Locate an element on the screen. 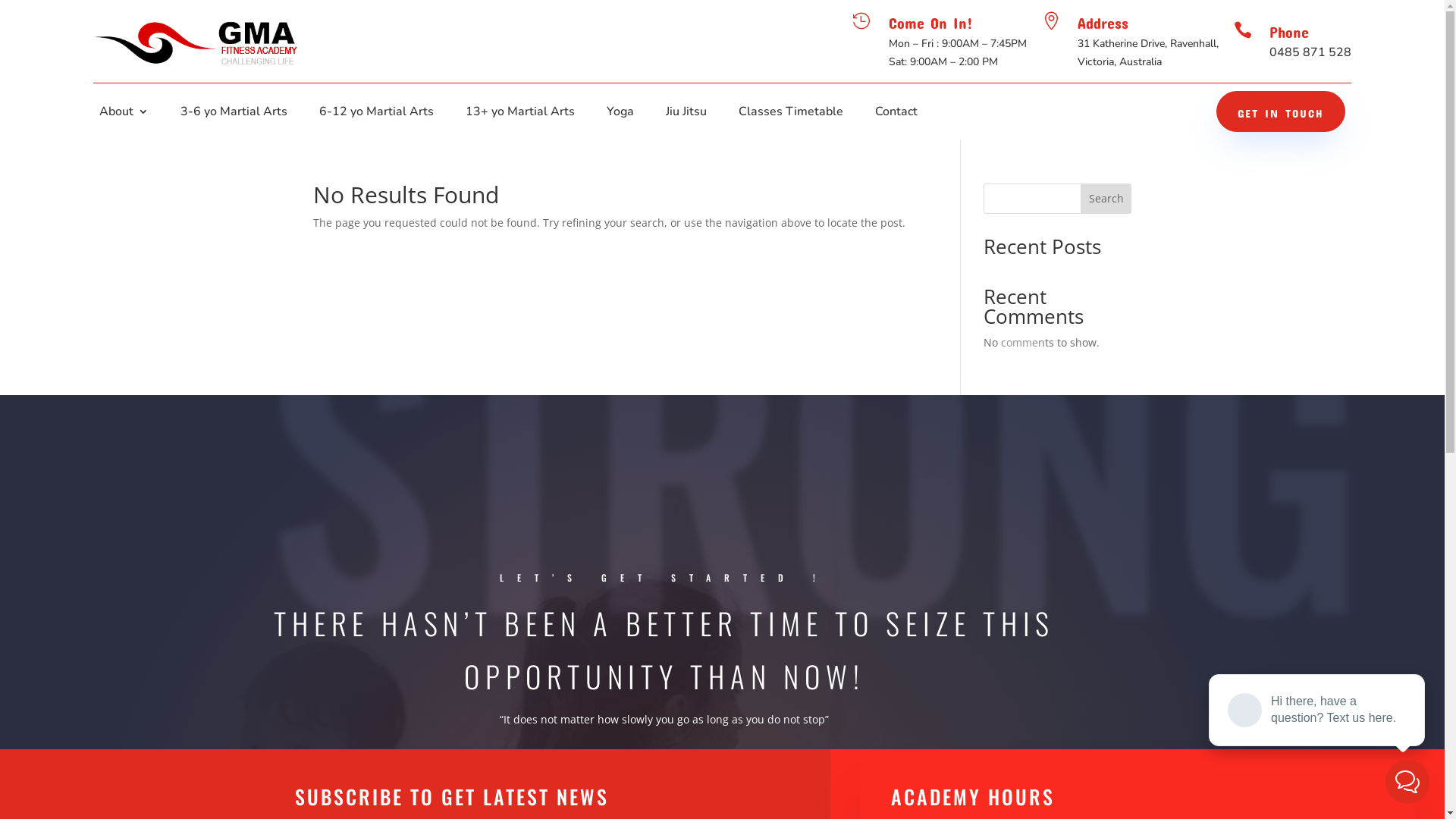  'GET IN TOUCH' is located at coordinates (1280, 110).